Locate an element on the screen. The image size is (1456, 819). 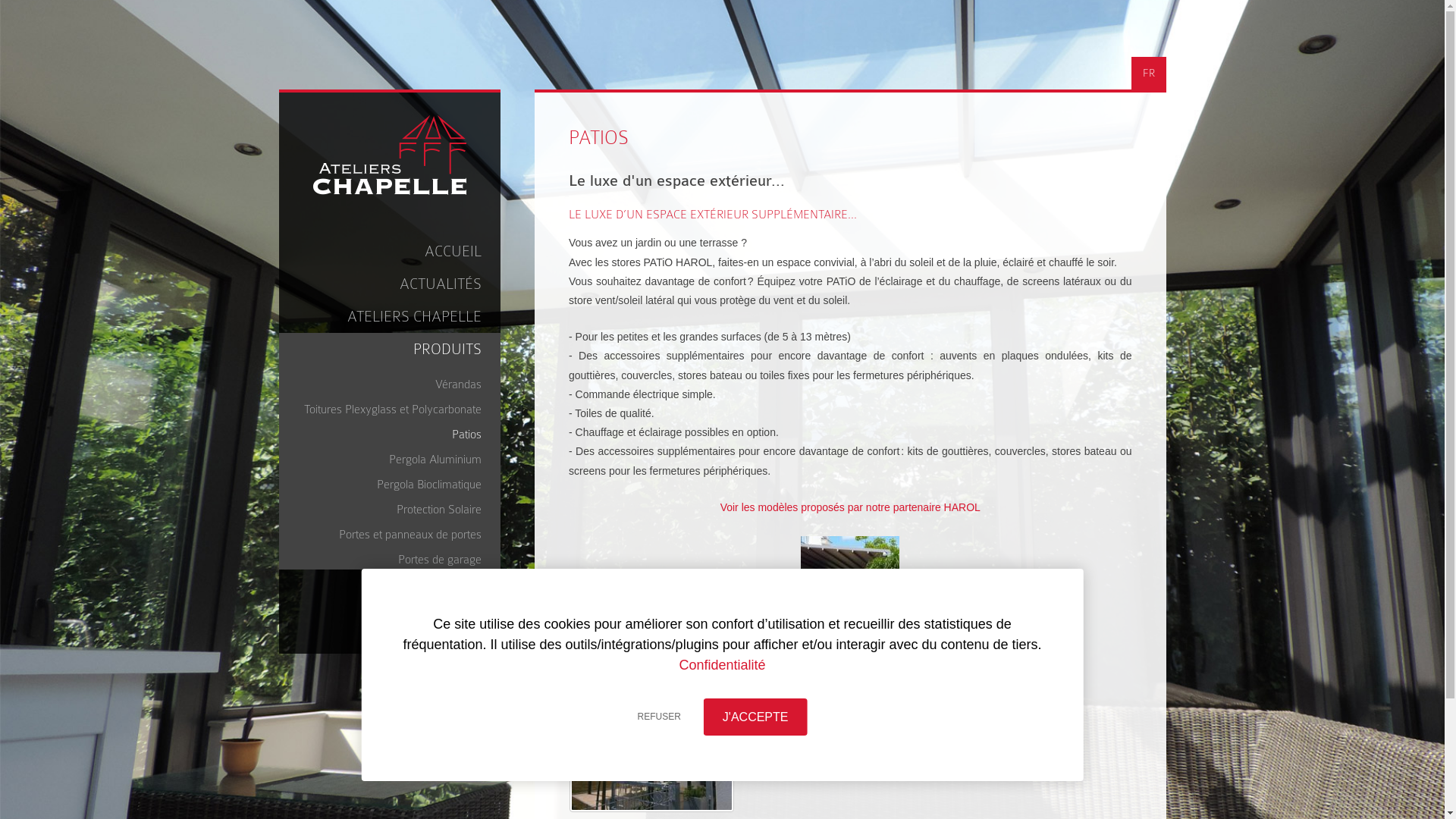
'Protection Solaire' is located at coordinates (394, 507).